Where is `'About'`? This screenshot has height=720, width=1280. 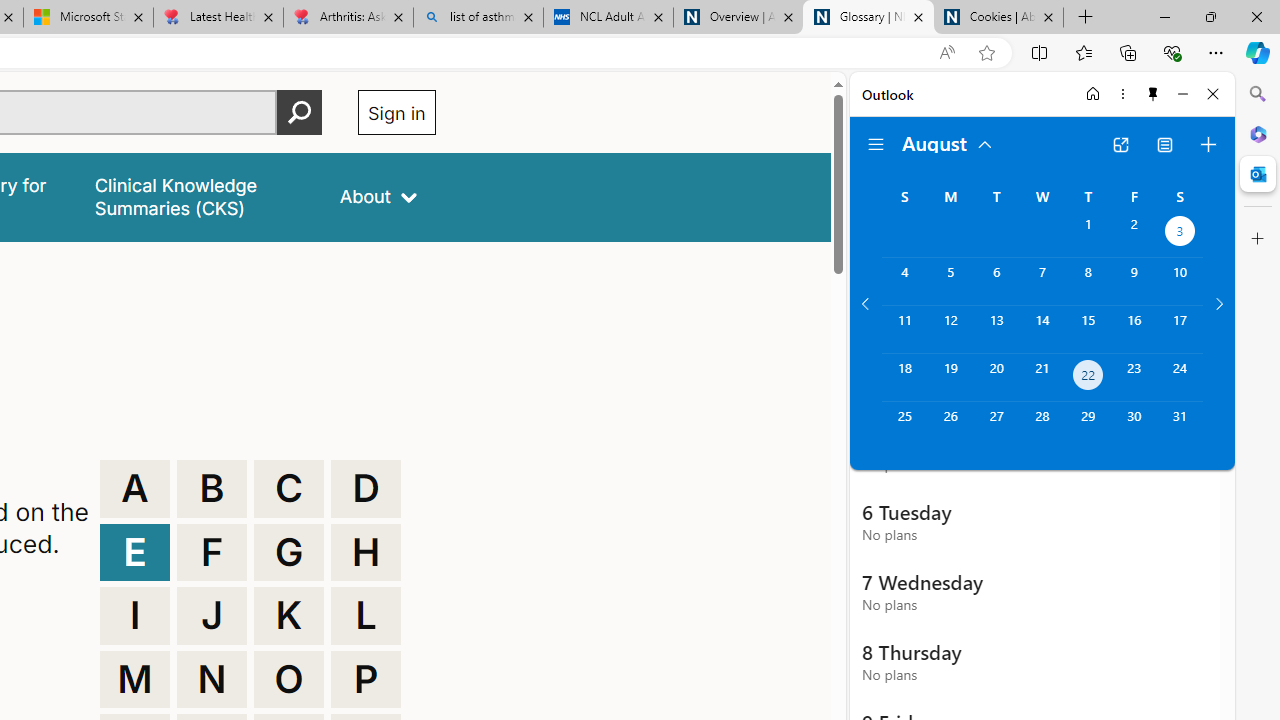 'About' is located at coordinates (378, 197).